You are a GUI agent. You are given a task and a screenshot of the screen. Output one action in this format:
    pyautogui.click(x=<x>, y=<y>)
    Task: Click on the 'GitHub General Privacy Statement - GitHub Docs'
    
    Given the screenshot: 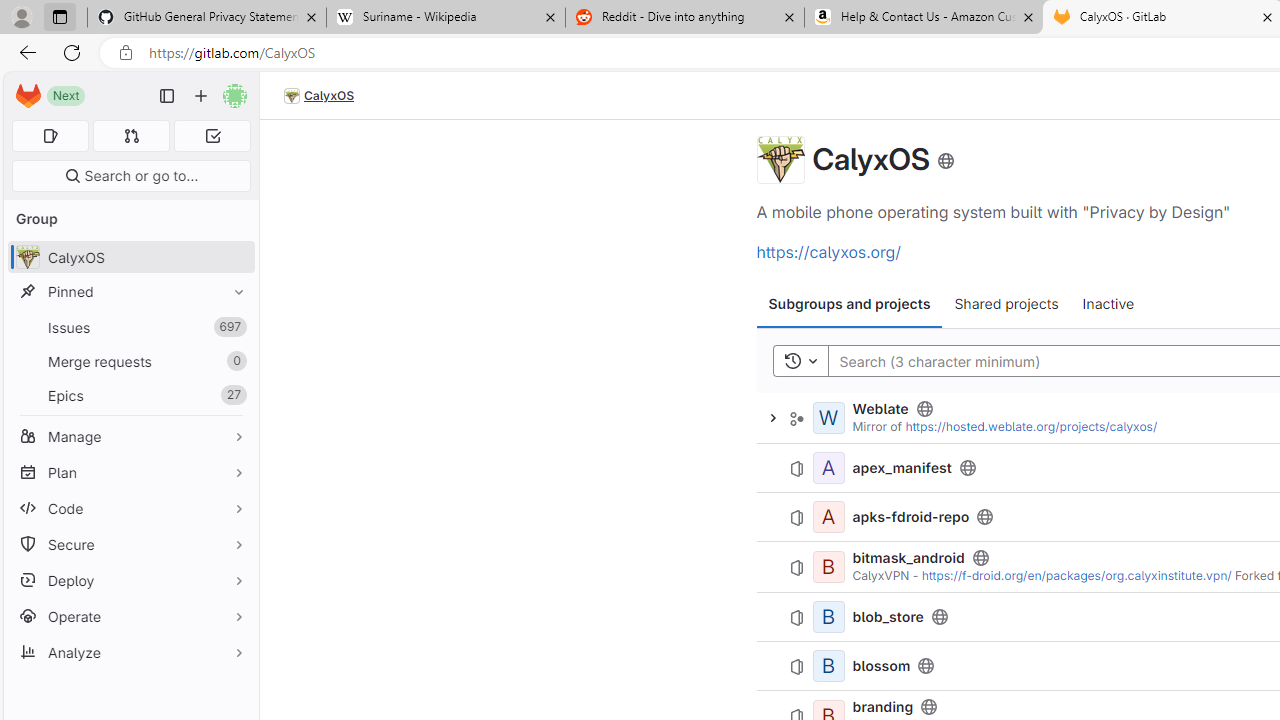 What is the action you would take?
    pyautogui.click(x=207, y=17)
    